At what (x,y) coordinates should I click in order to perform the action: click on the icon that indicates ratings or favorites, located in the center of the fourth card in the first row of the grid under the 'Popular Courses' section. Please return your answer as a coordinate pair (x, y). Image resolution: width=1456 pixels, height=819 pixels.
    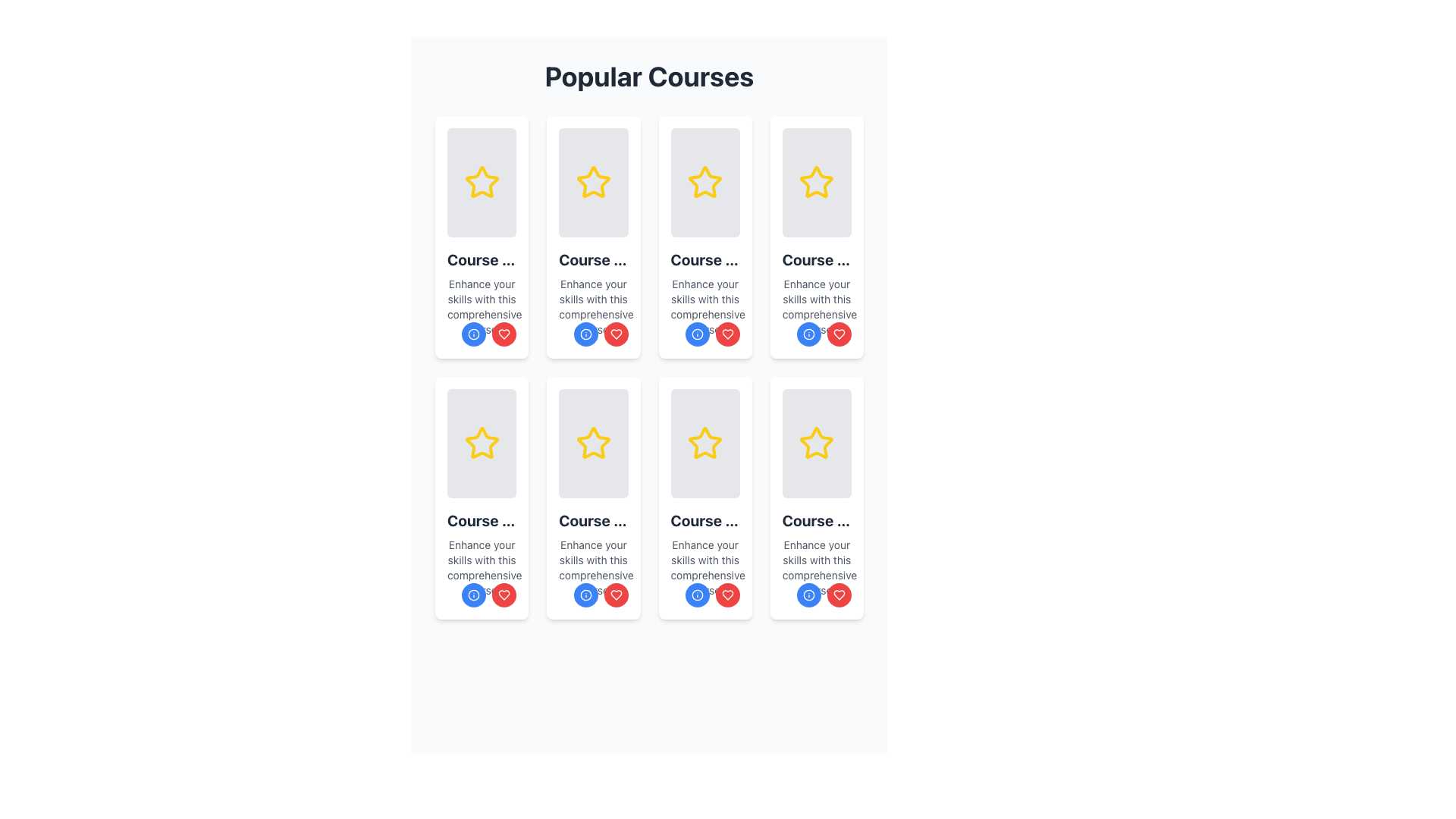
    Looking at the image, I should click on (816, 181).